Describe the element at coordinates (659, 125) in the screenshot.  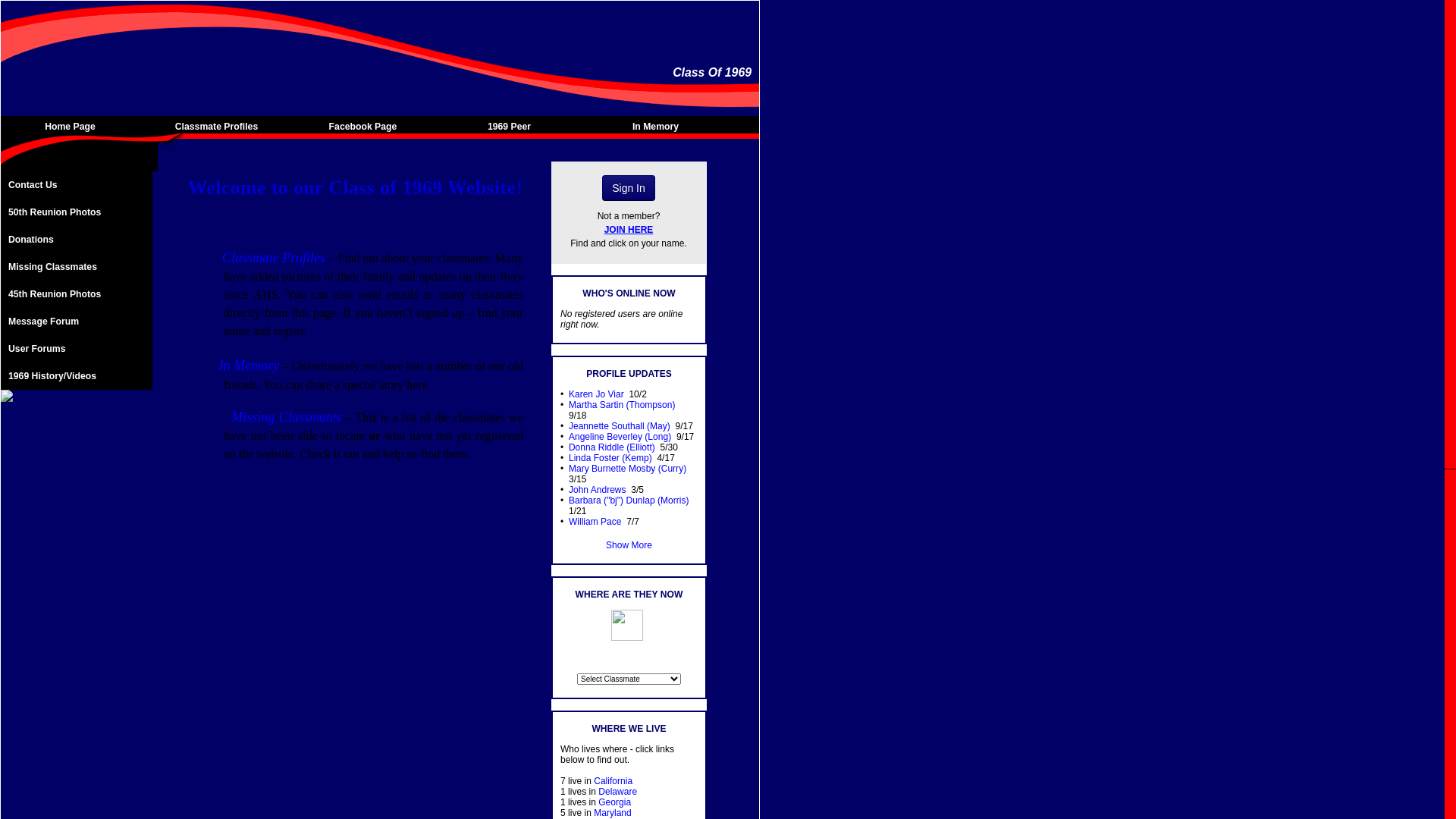
I see `'In Memory'` at that location.